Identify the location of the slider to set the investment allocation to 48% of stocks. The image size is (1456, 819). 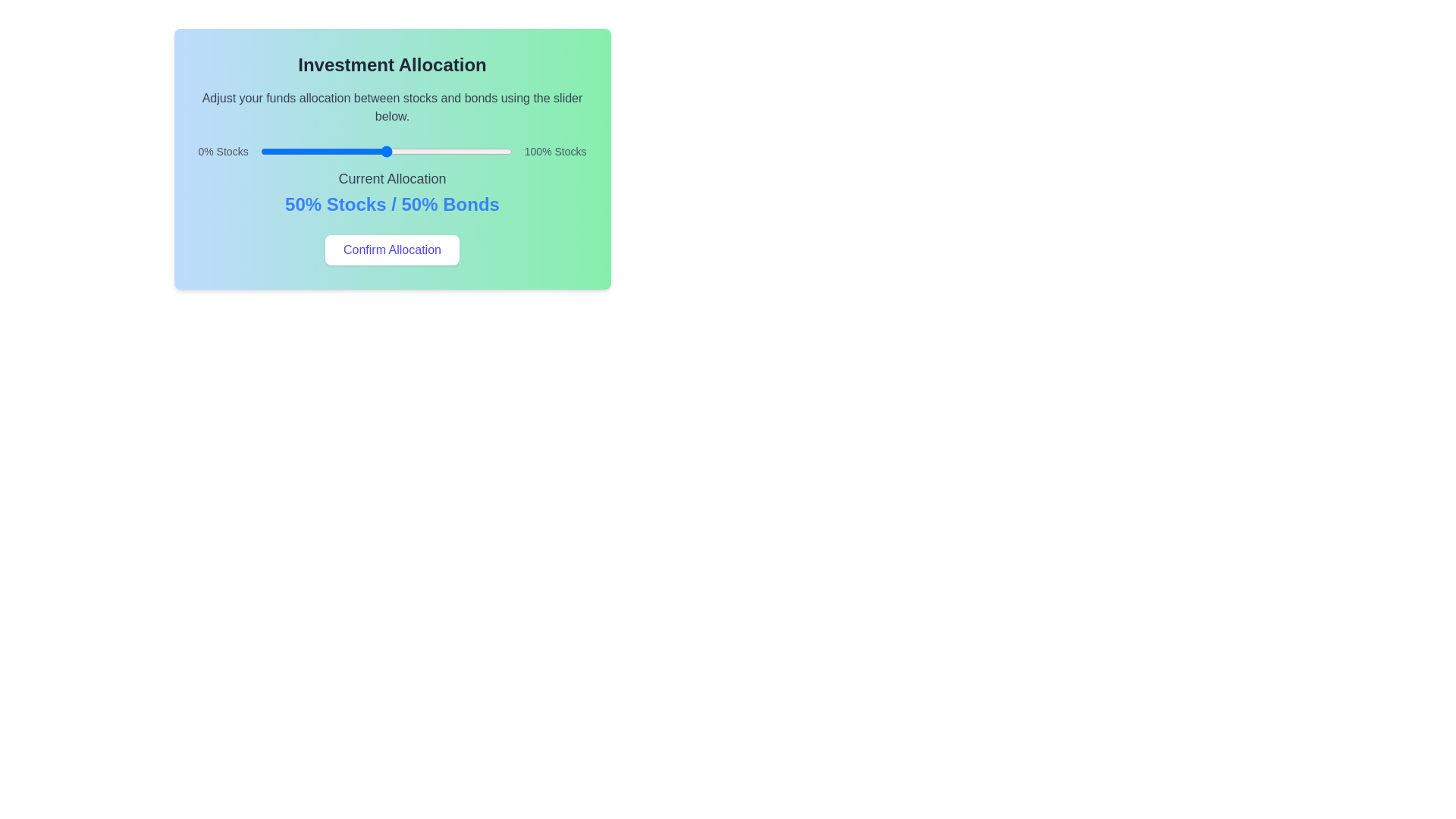
(381, 152).